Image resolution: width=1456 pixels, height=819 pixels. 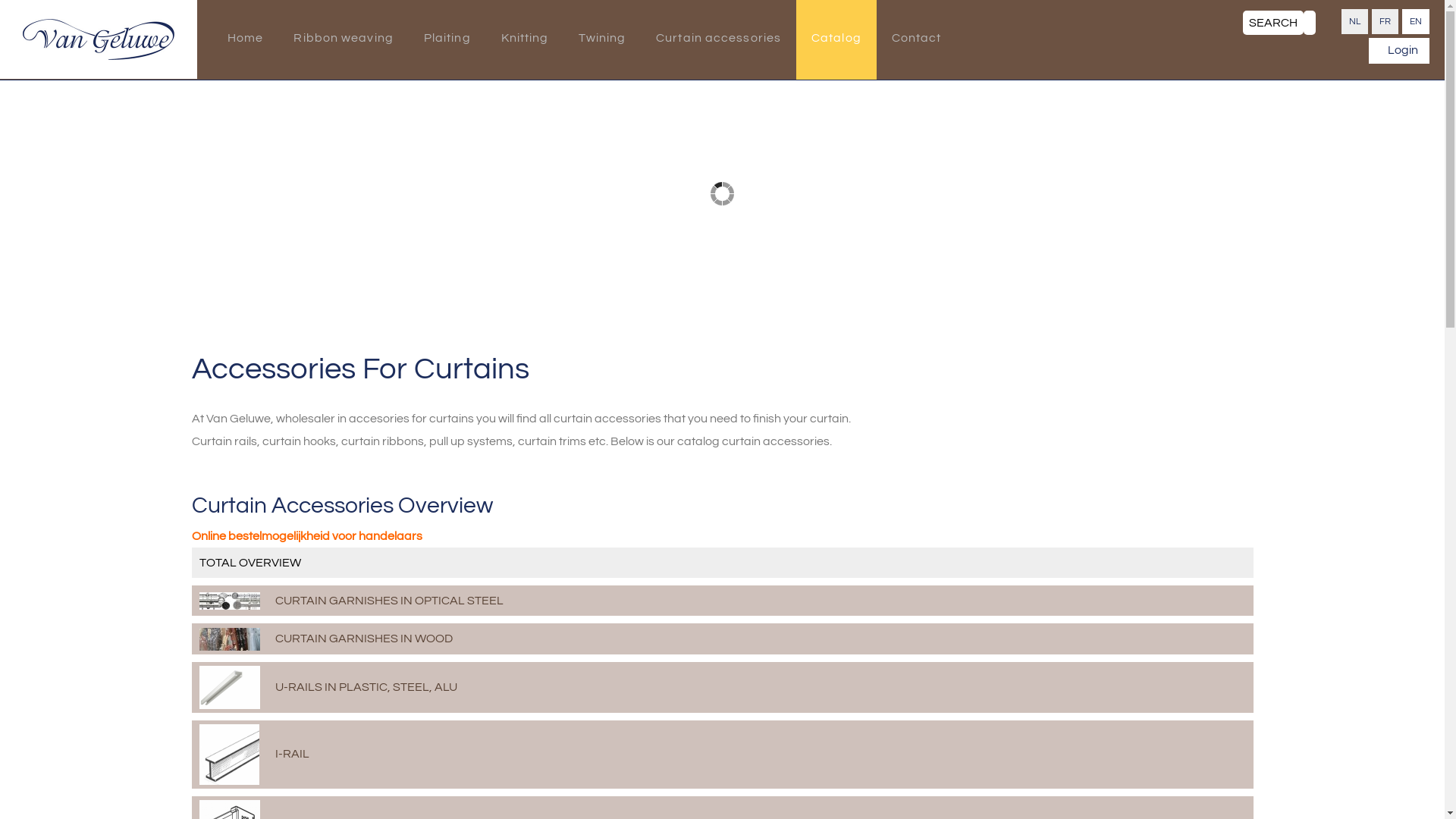 What do you see at coordinates (342, 39) in the screenshot?
I see `'Ribbon weaving'` at bounding box center [342, 39].